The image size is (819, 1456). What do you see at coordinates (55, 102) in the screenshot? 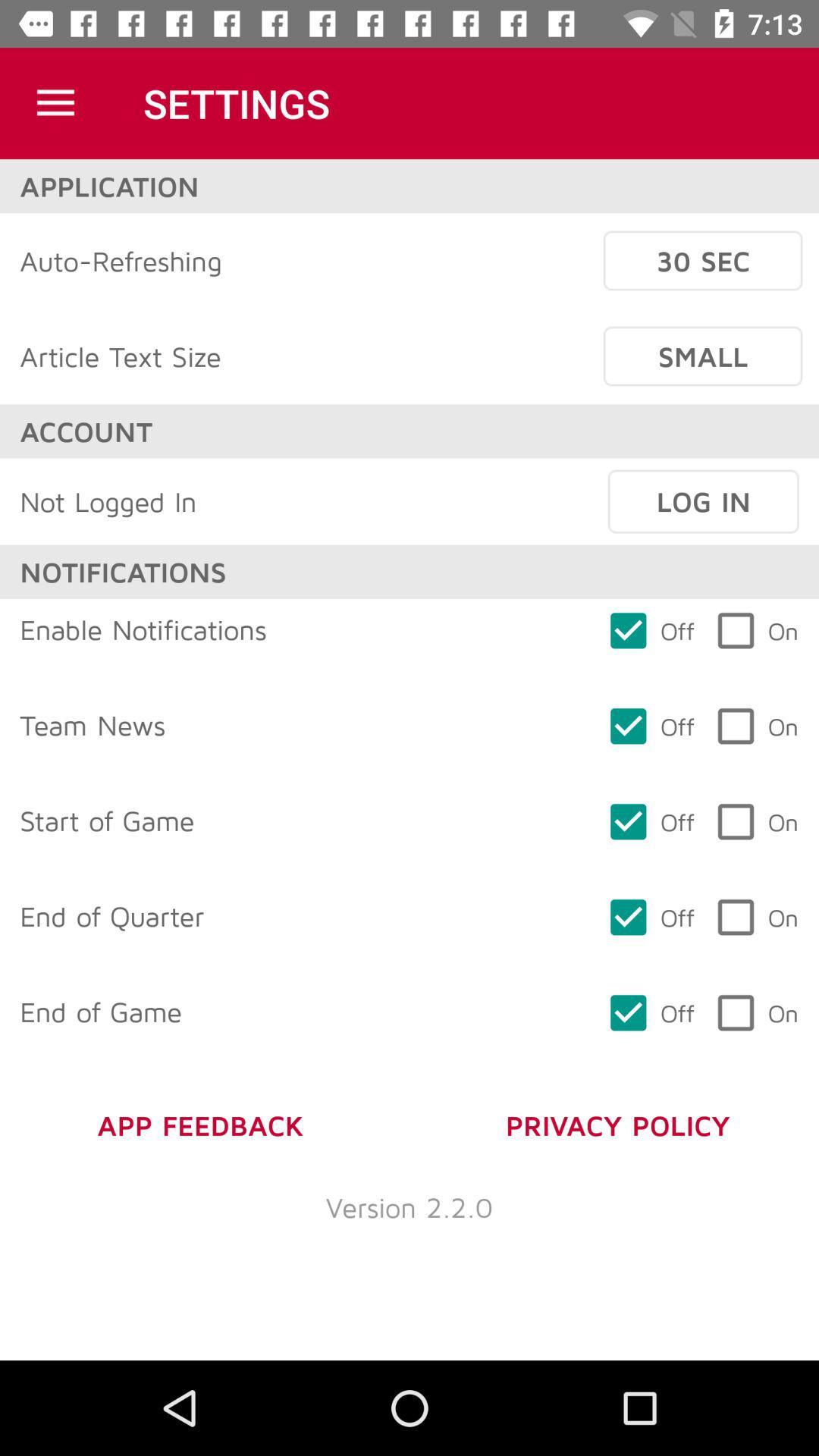
I see `item to the left of settings item` at bounding box center [55, 102].